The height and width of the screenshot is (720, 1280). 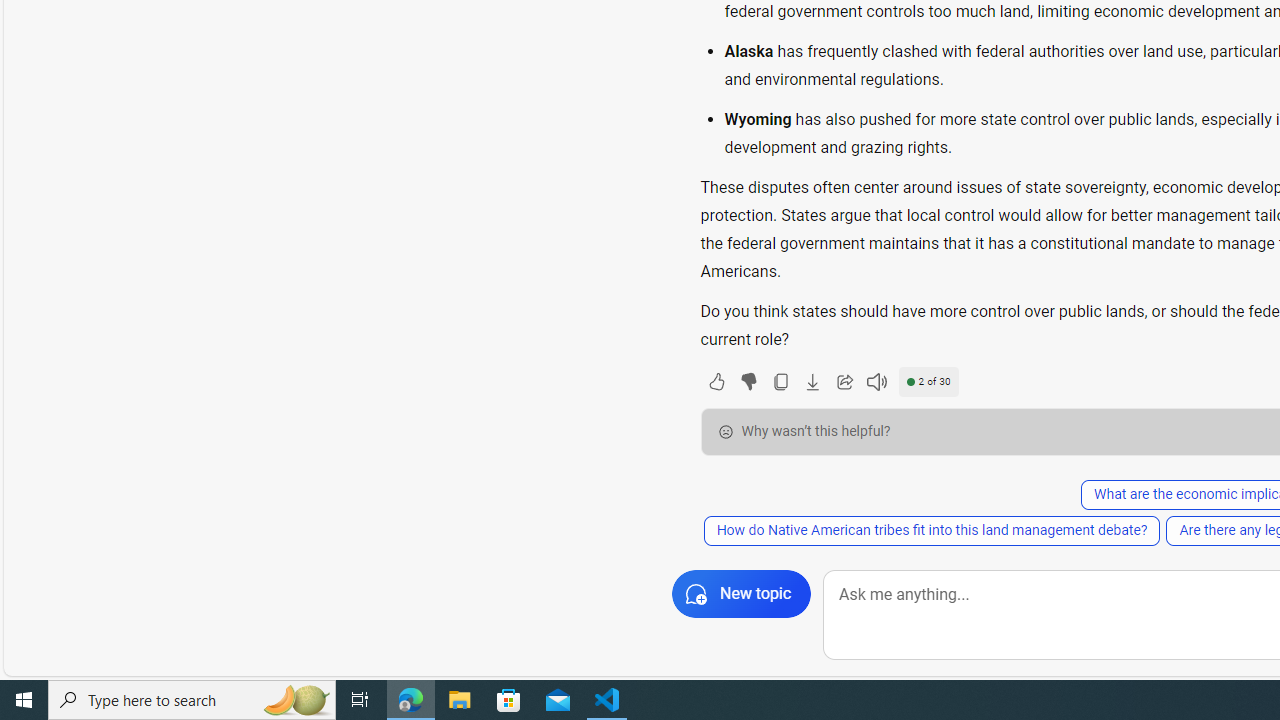 What do you see at coordinates (844, 381) in the screenshot?
I see `'Share'` at bounding box center [844, 381].